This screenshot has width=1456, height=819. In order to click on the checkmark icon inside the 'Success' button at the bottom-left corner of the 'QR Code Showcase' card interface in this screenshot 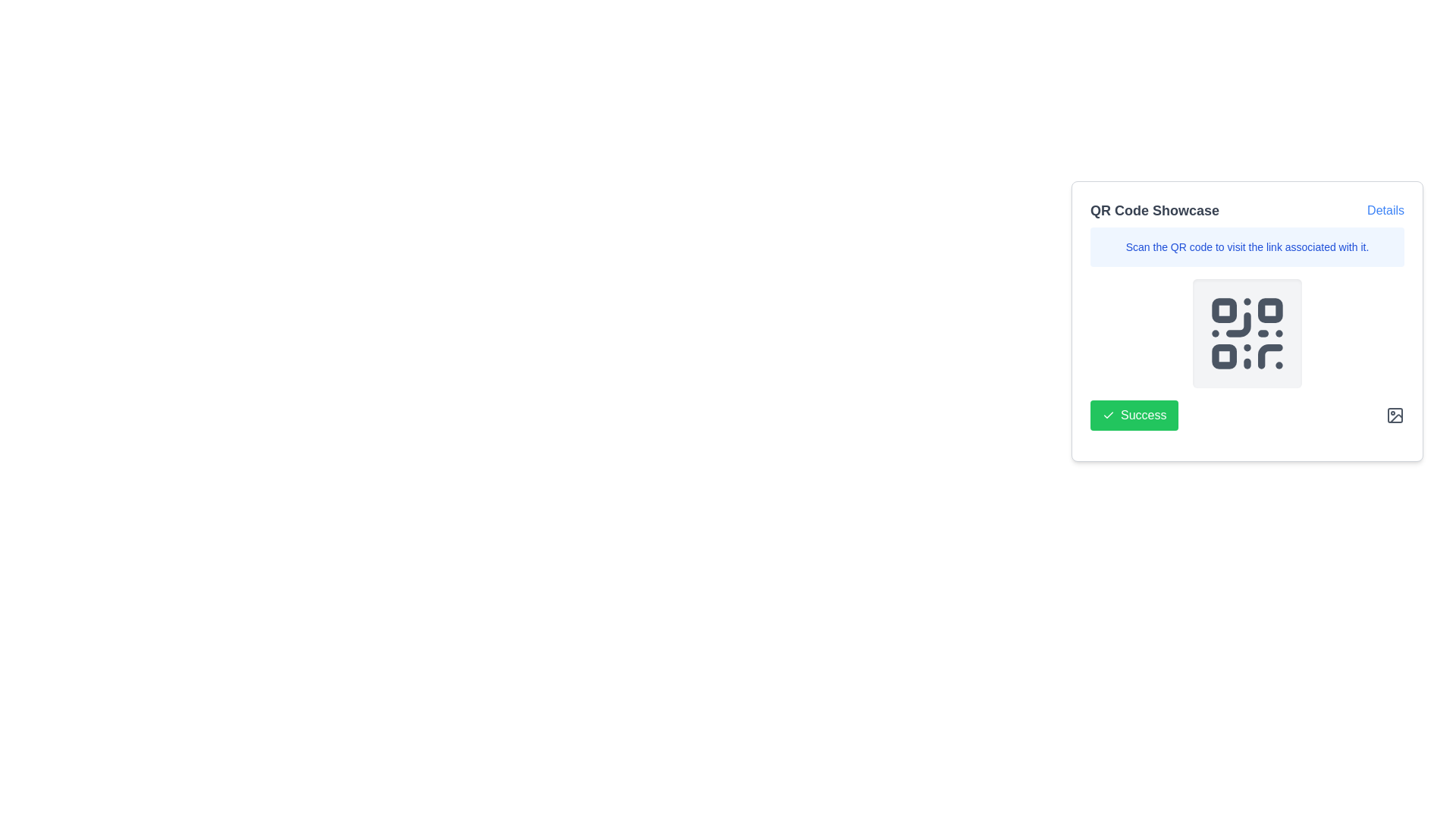, I will do `click(1109, 415)`.